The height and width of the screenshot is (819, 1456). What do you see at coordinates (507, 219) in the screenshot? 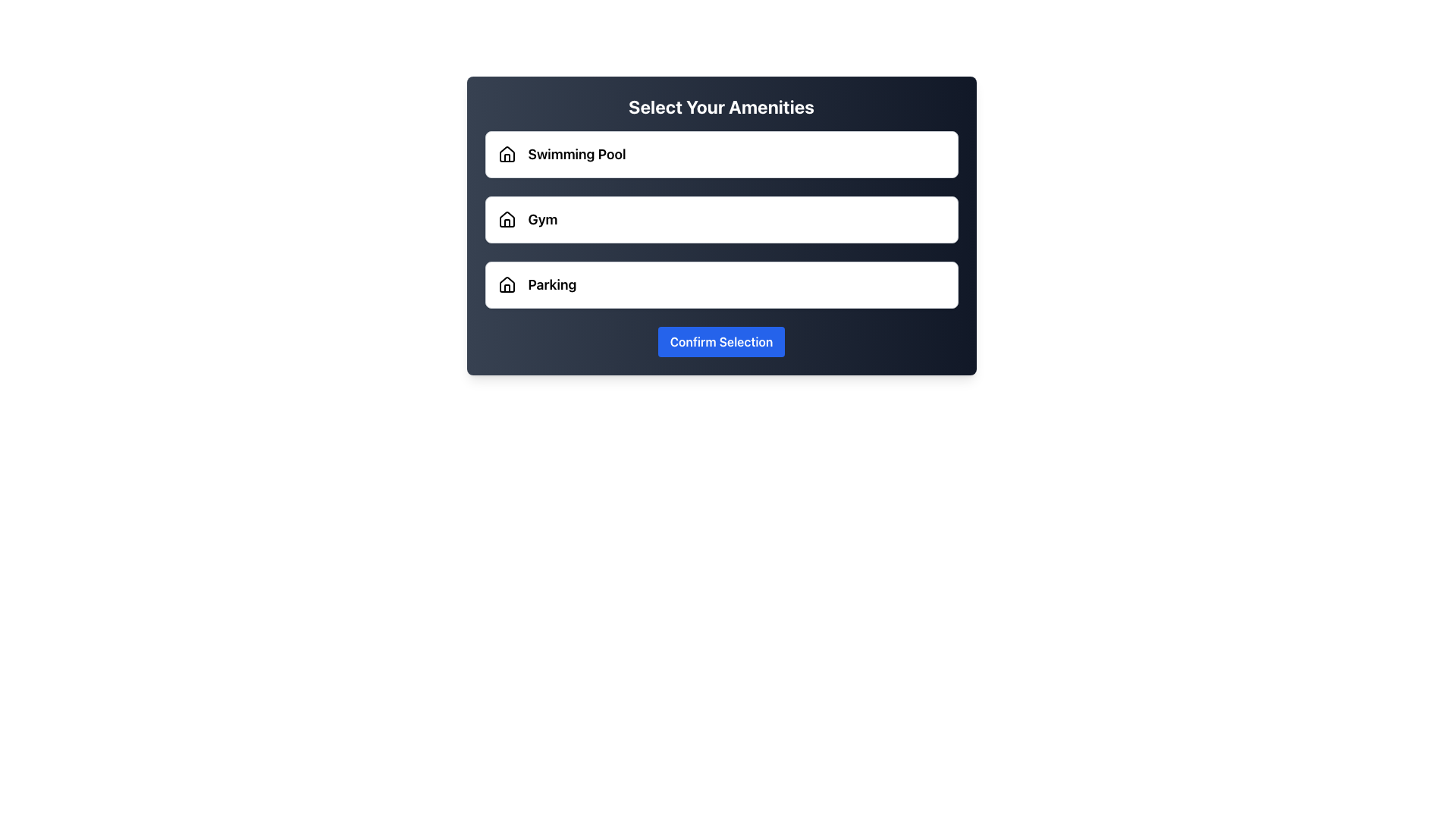
I see `the house-shaped SVG icon with a black outline located next to the 'Gym' label` at bounding box center [507, 219].